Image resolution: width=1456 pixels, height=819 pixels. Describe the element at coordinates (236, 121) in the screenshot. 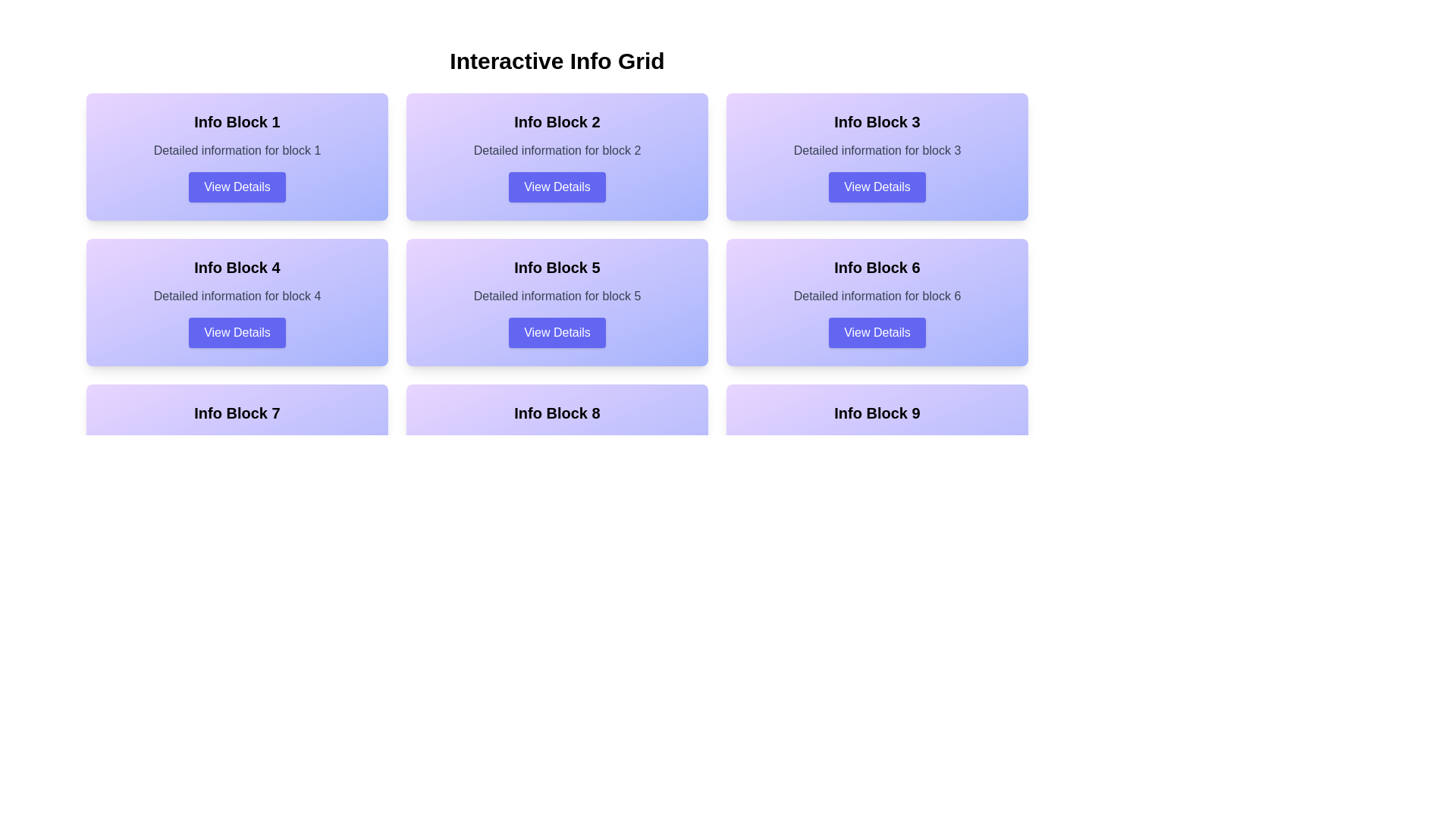

I see `text of the header in the first card of the grid layout, which summarizes the content or purpose of the card` at that location.